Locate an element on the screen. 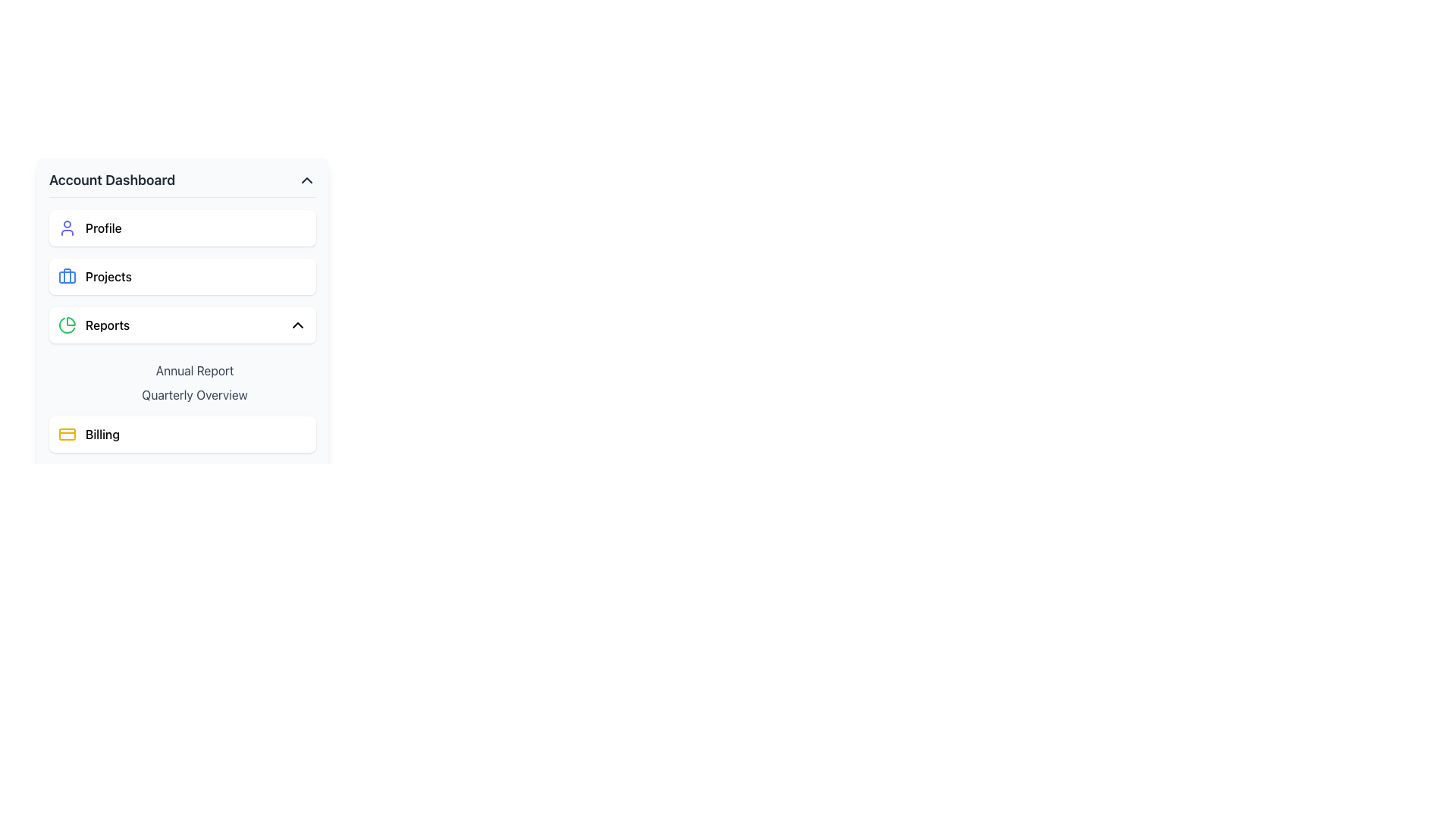 The image size is (1456, 819). the 'Billing' menu icon represented by a rectangular shape with rounded corners, located at the bottom of the navigation panel in the 'Account Dashboard' is located at coordinates (67, 435).